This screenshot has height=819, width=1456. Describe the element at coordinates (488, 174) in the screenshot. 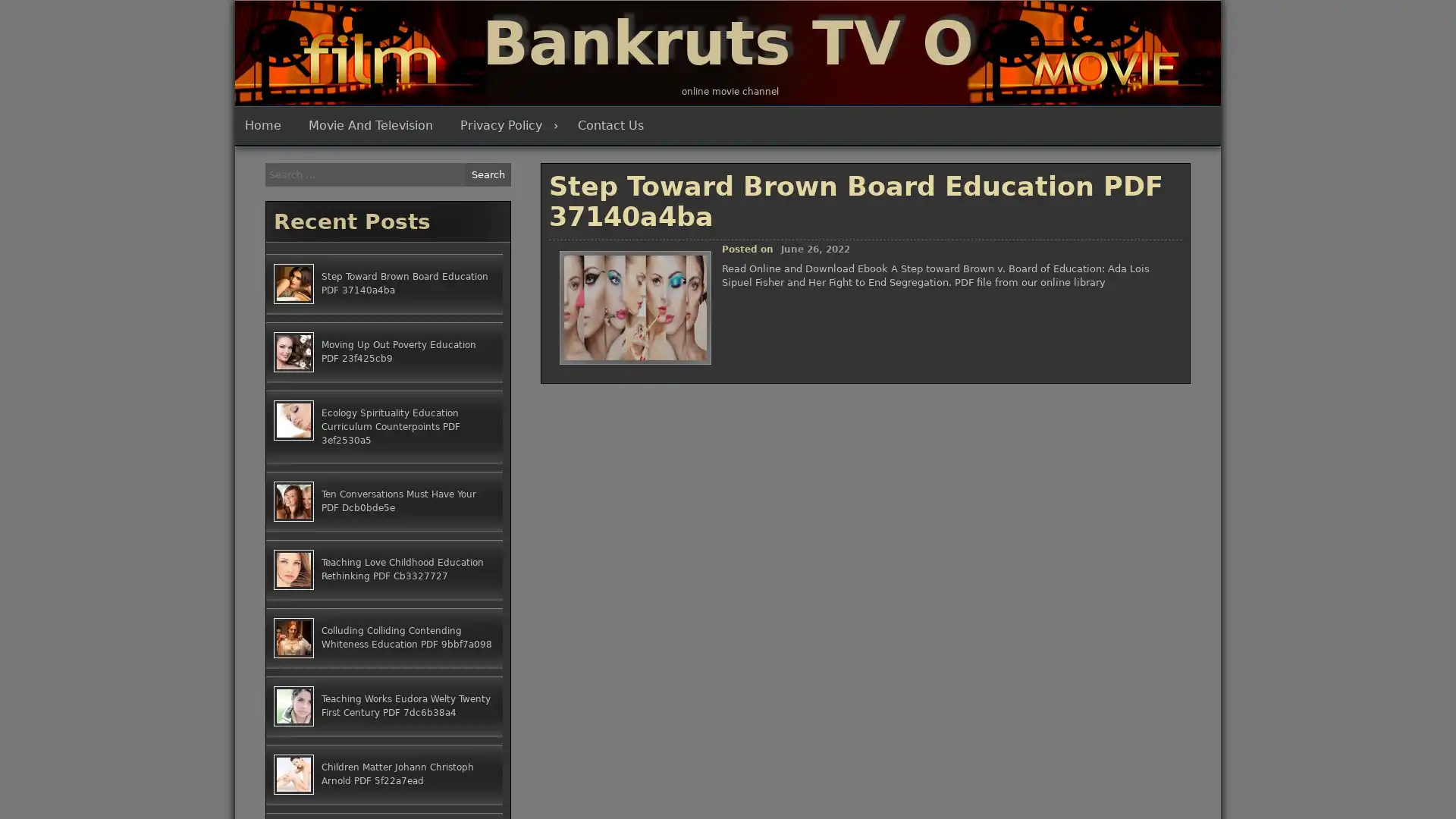

I see `Search` at that location.